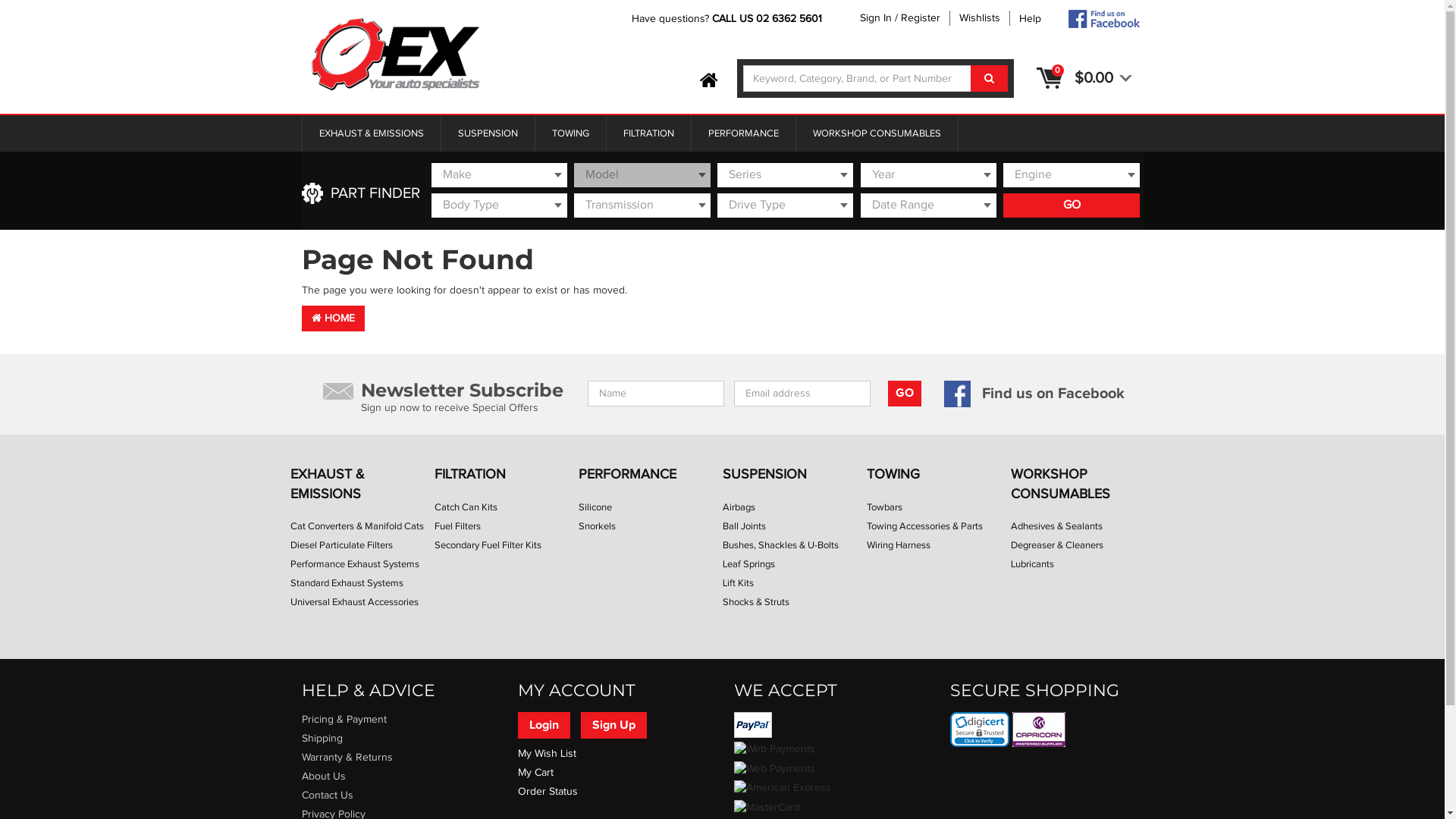 The width and height of the screenshot is (1456, 819). I want to click on 'Wishlists', so click(979, 17).